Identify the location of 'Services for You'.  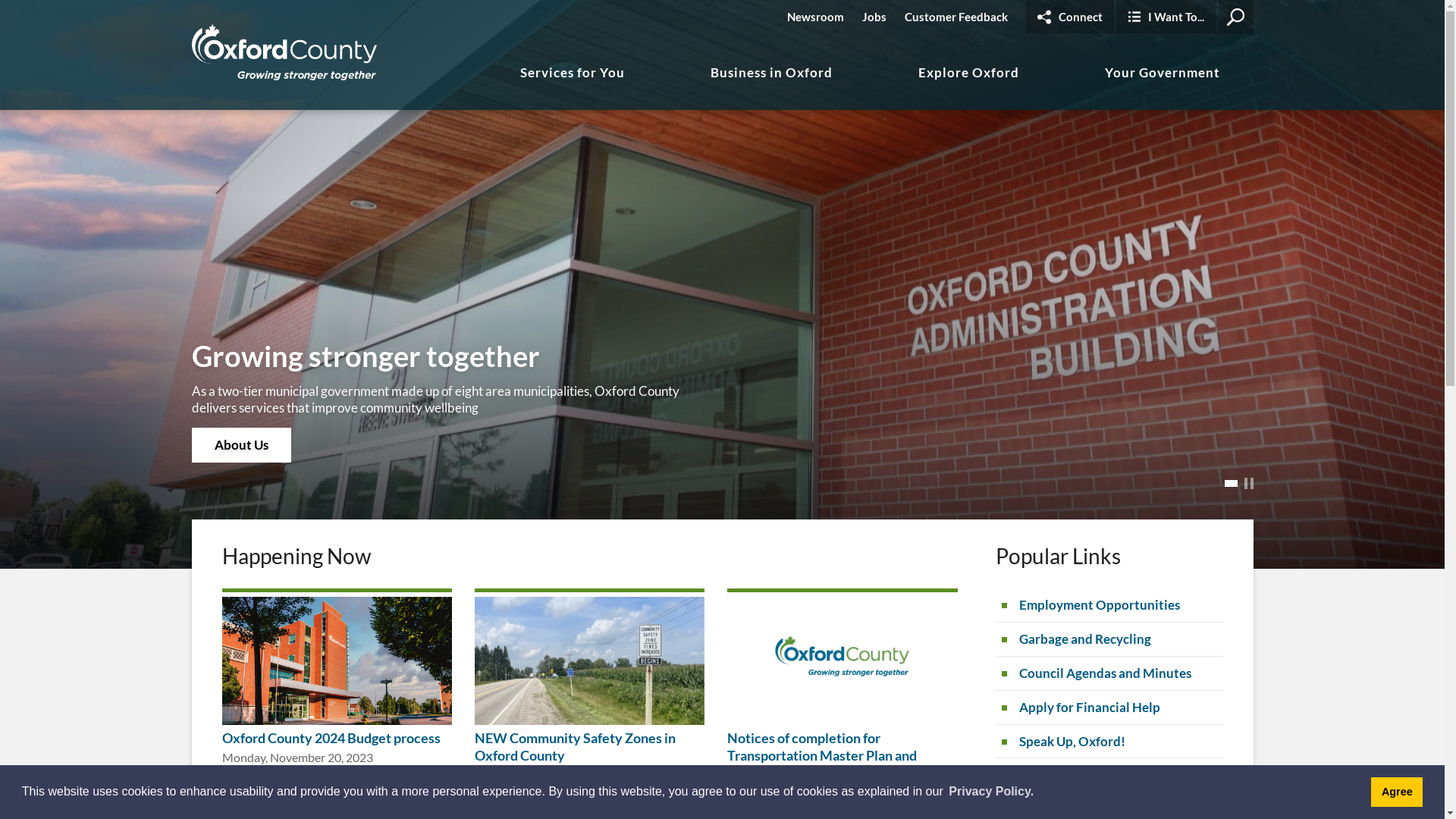
(571, 86).